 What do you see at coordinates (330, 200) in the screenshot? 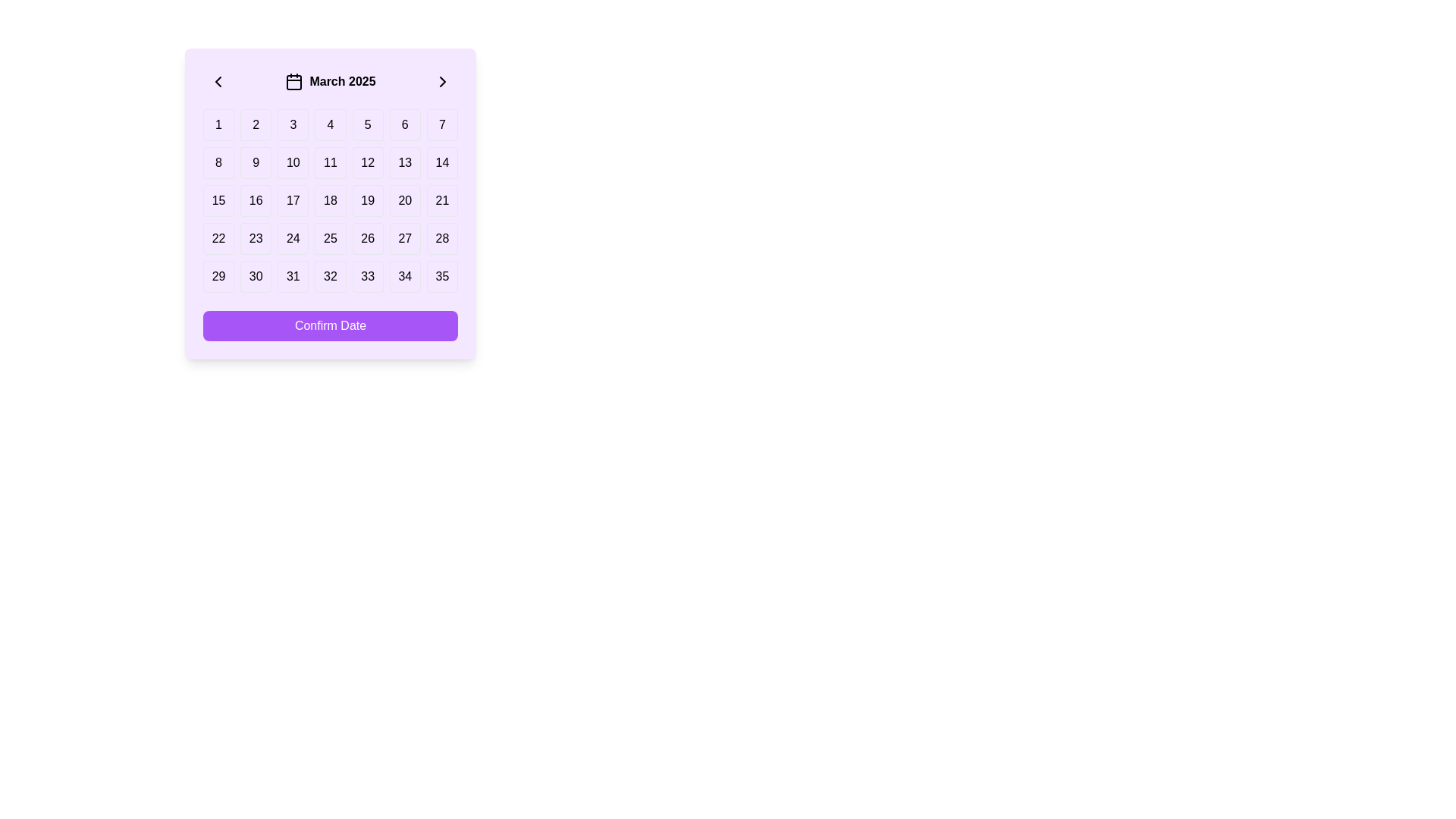
I see `the button representing a specific calendar day in the grid layout, which is light purple and numerically ordered` at bounding box center [330, 200].